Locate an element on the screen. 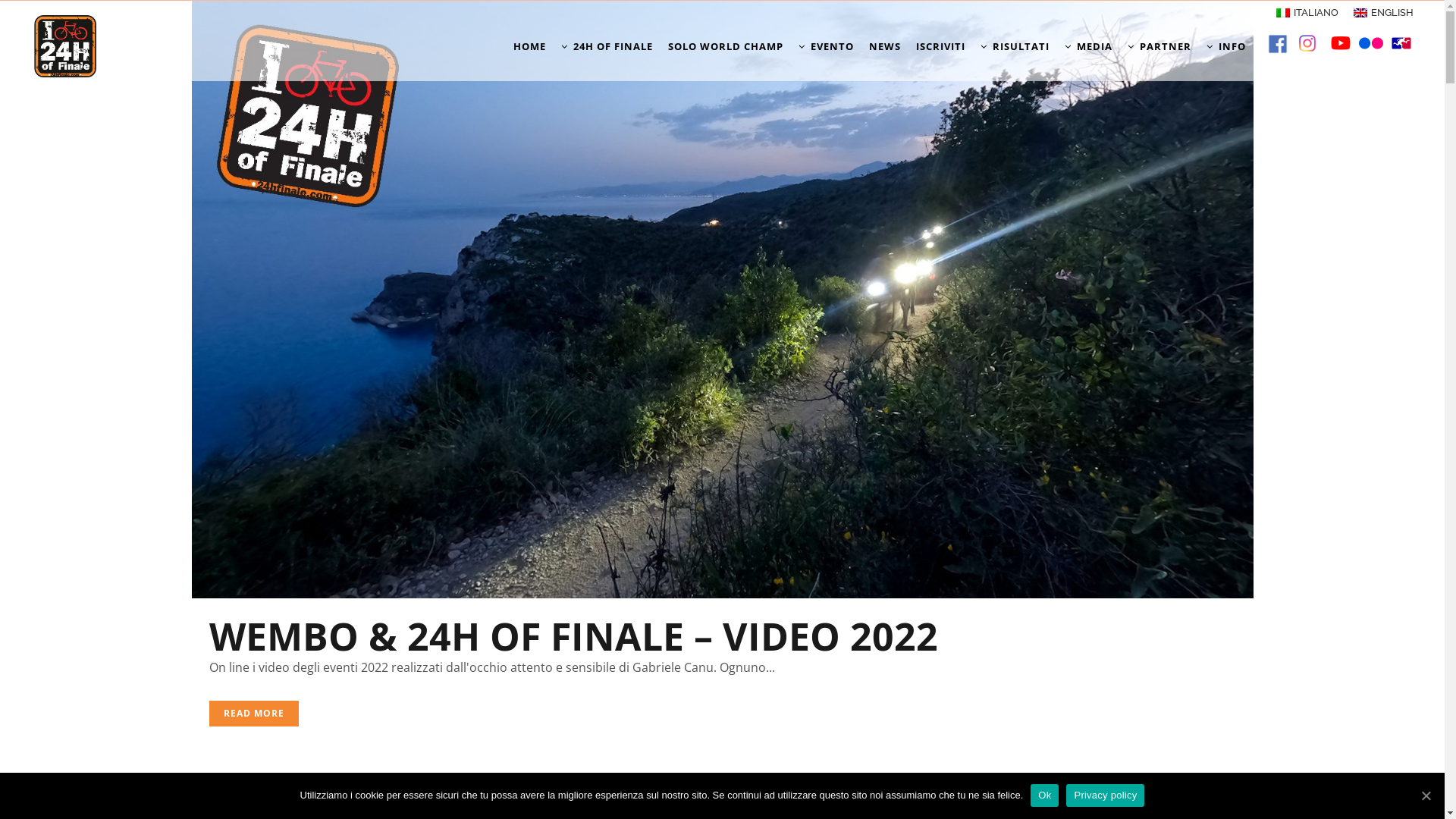 This screenshot has height=819, width=1456. 'EVENTO' is located at coordinates (825, 45).